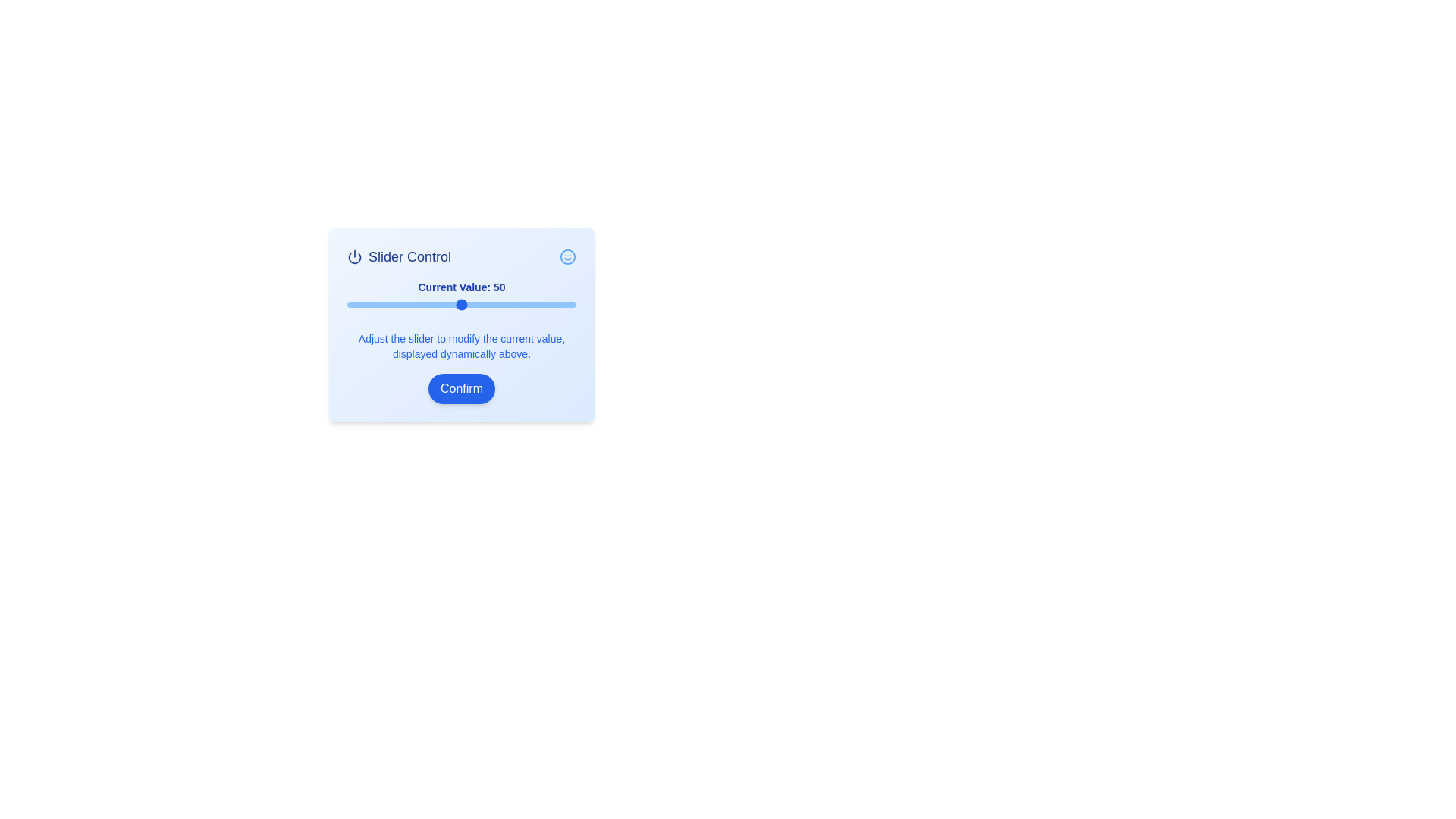 Image resolution: width=1456 pixels, height=819 pixels. Describe the element at coordinates (489, 304) in the screenshot. I see `the slider value` at that location.